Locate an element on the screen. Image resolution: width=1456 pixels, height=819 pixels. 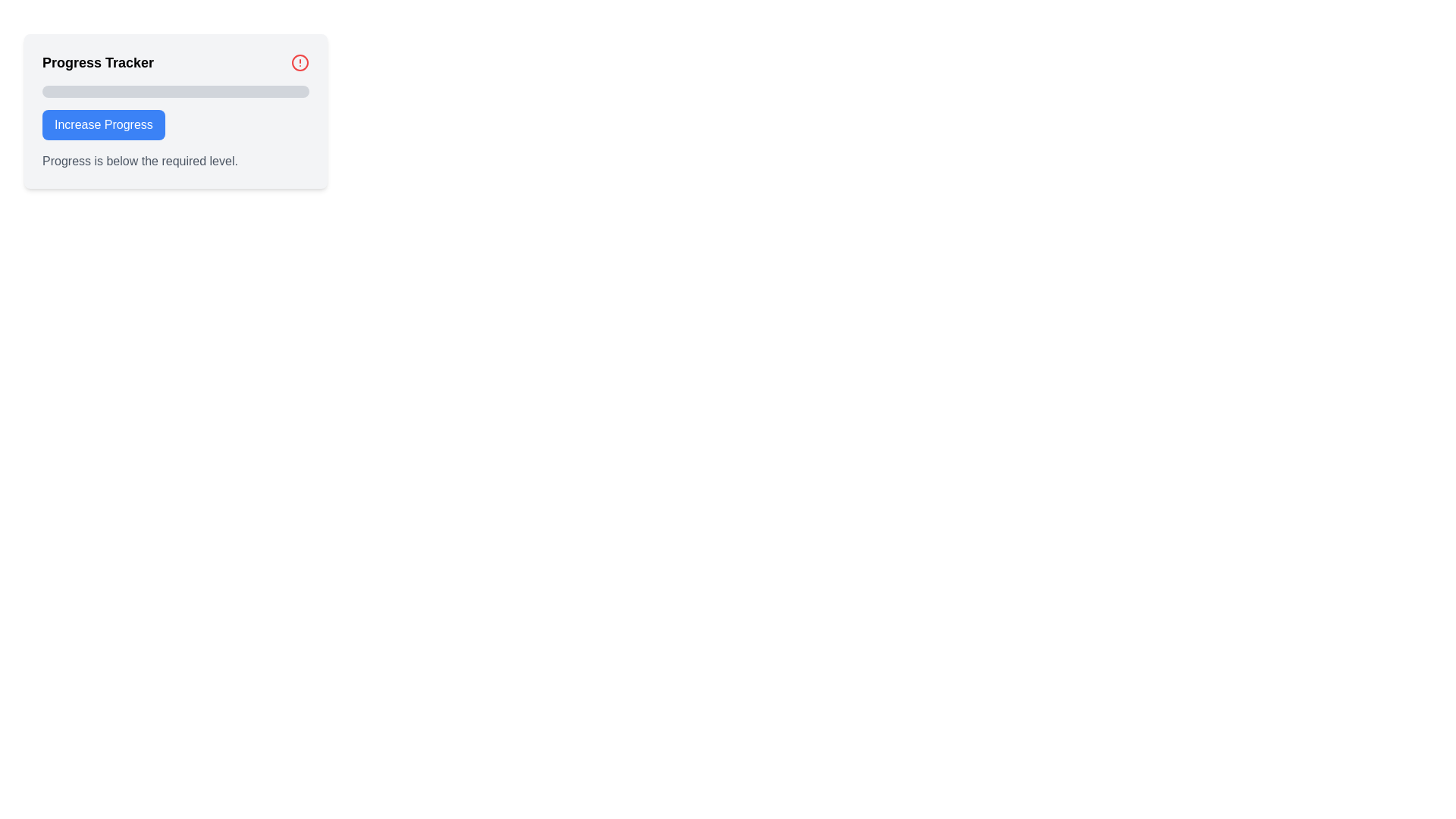
the 'Increase Progress' button, which has a blue background and white text, located within the 'Progress Tracker' section beneath the progress bar is located at coordinates (102, 124).